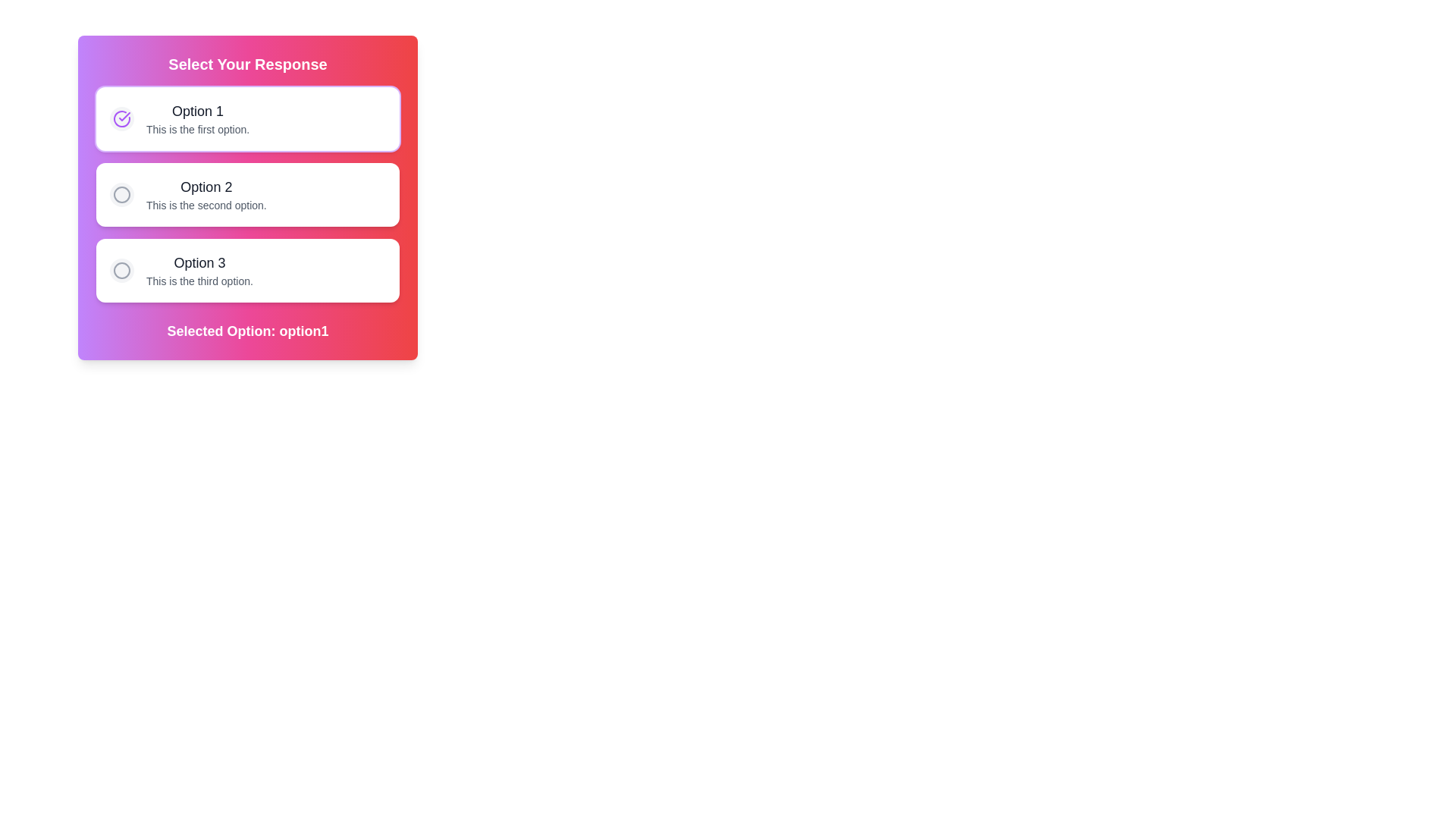 The image size is (1456, 819). Describe the element at coordinates (197, 128) in the screenshot. I see `the descriptive text label located directly below 'Option 1' in the first selectable option section of the response form` at that location.